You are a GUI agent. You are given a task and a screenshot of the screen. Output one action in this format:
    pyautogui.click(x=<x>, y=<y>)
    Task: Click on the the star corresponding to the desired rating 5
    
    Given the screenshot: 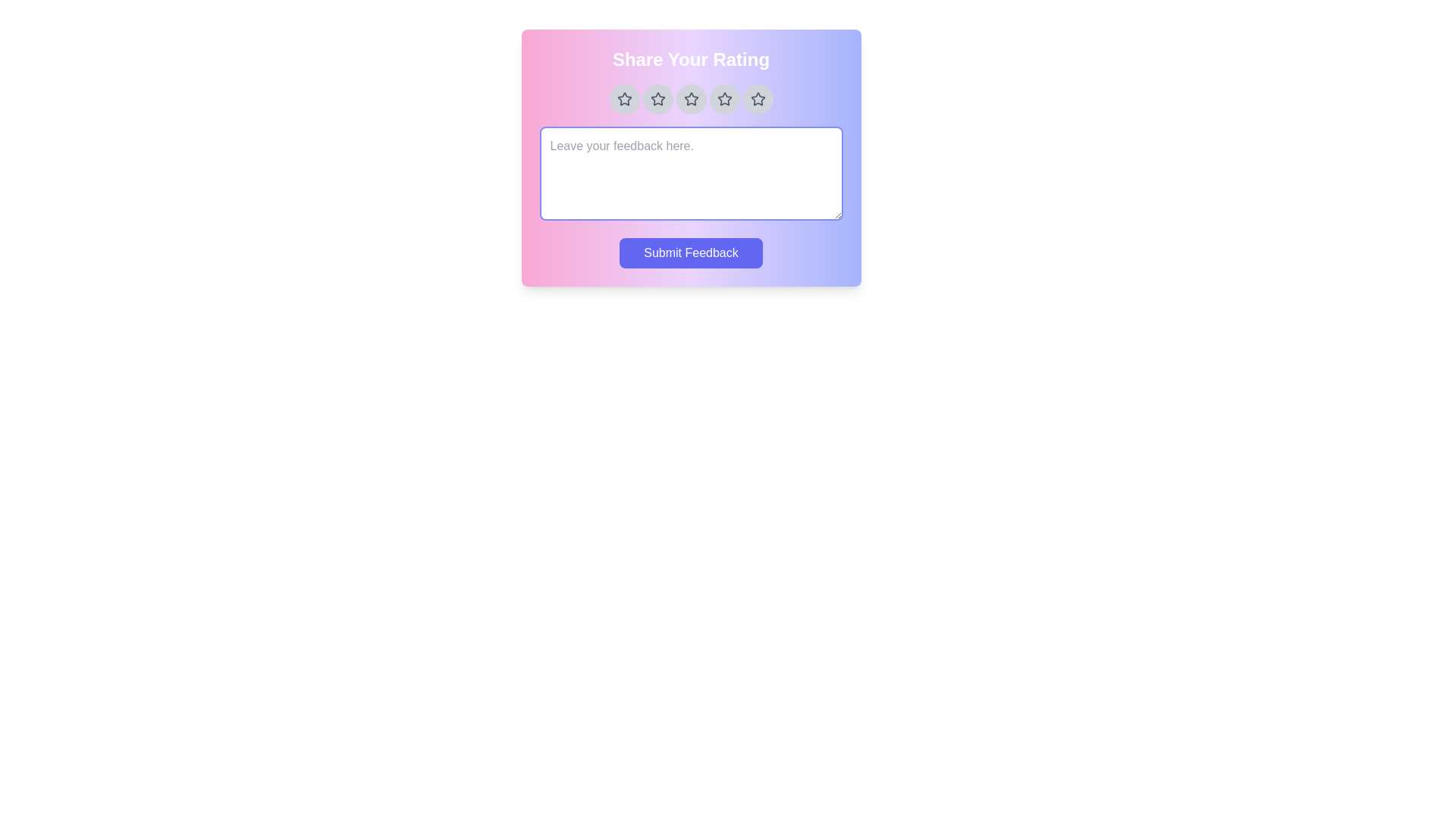 What is the action you would take?
    pyautogui.click(x=758, y=99)
    